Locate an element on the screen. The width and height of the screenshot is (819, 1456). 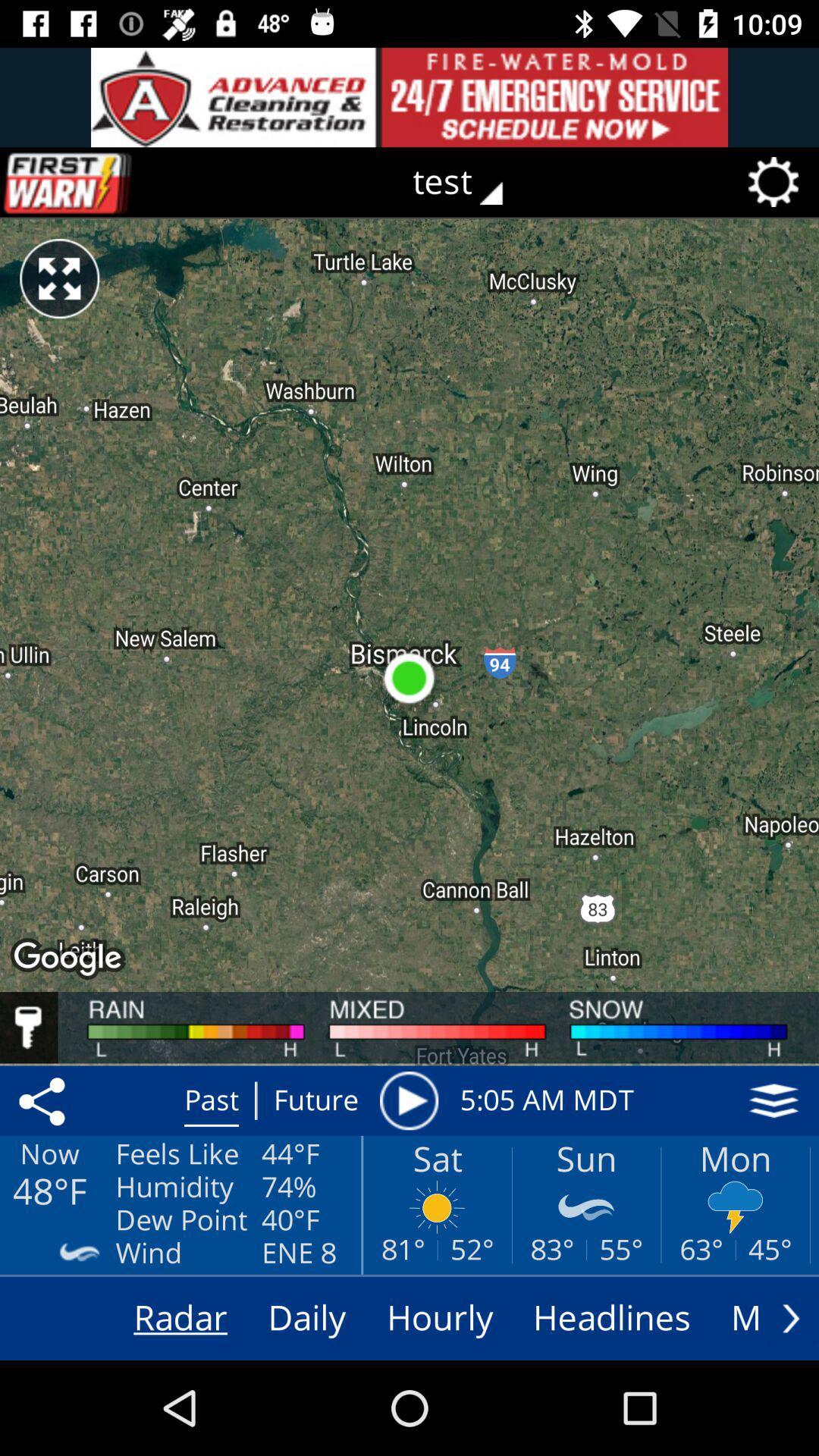
share is located at coordinates (44, 1100).